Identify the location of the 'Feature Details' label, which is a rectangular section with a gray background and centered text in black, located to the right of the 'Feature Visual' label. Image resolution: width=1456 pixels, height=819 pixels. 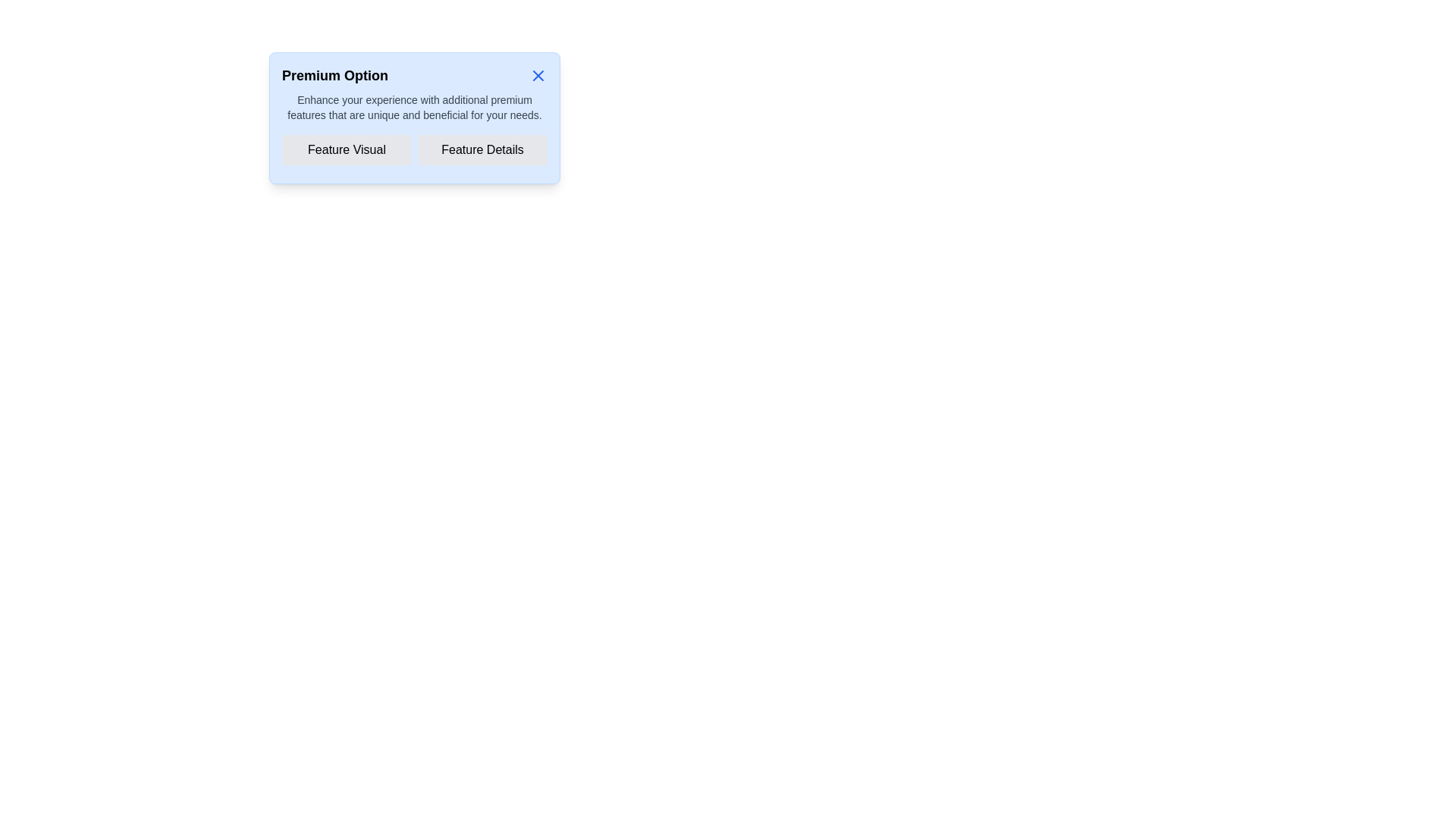
(482, 149).